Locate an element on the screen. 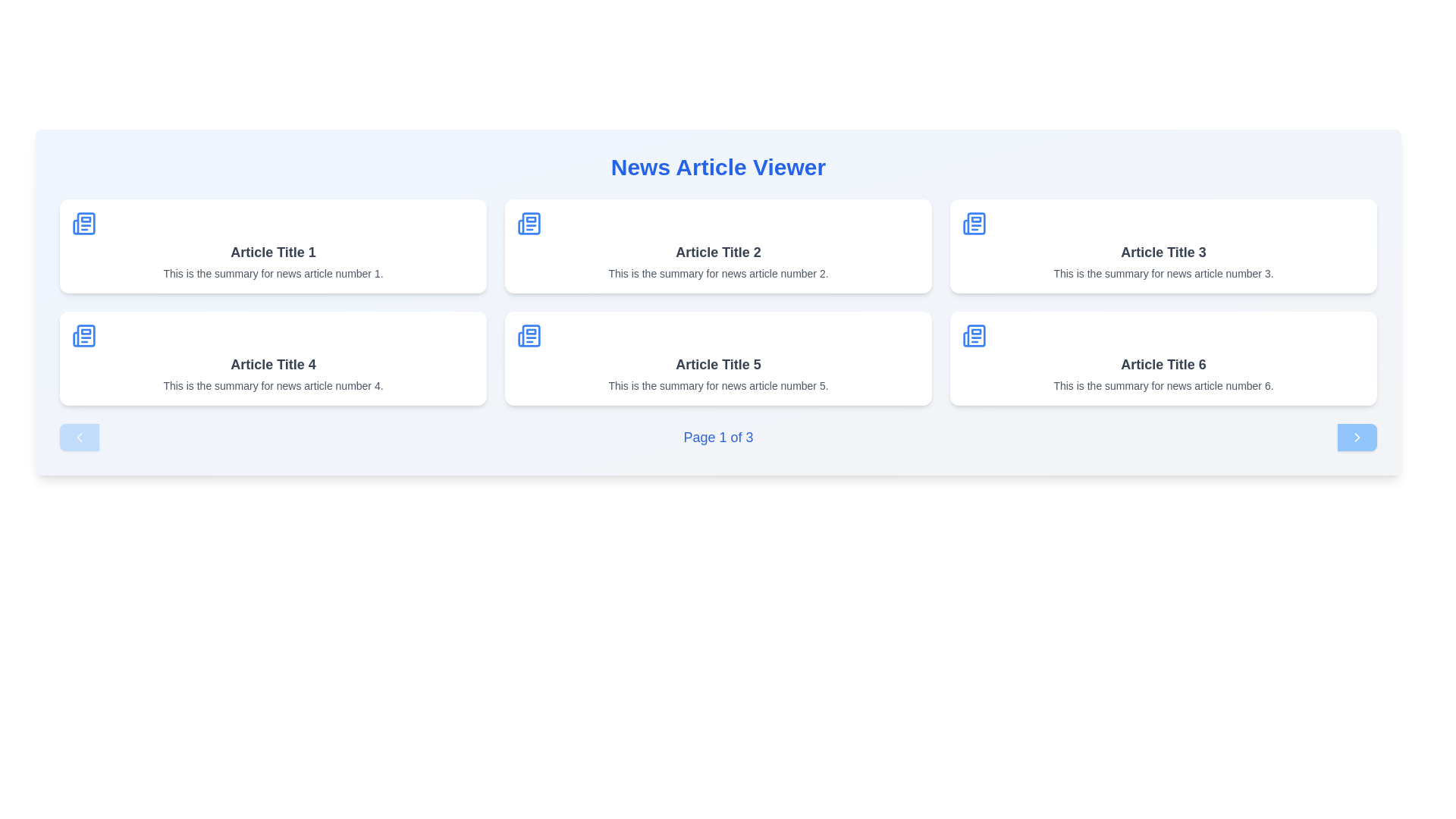  the icon located to the left of the title text in the card for 'Article Title 3' is located at coordinates (974, 223).